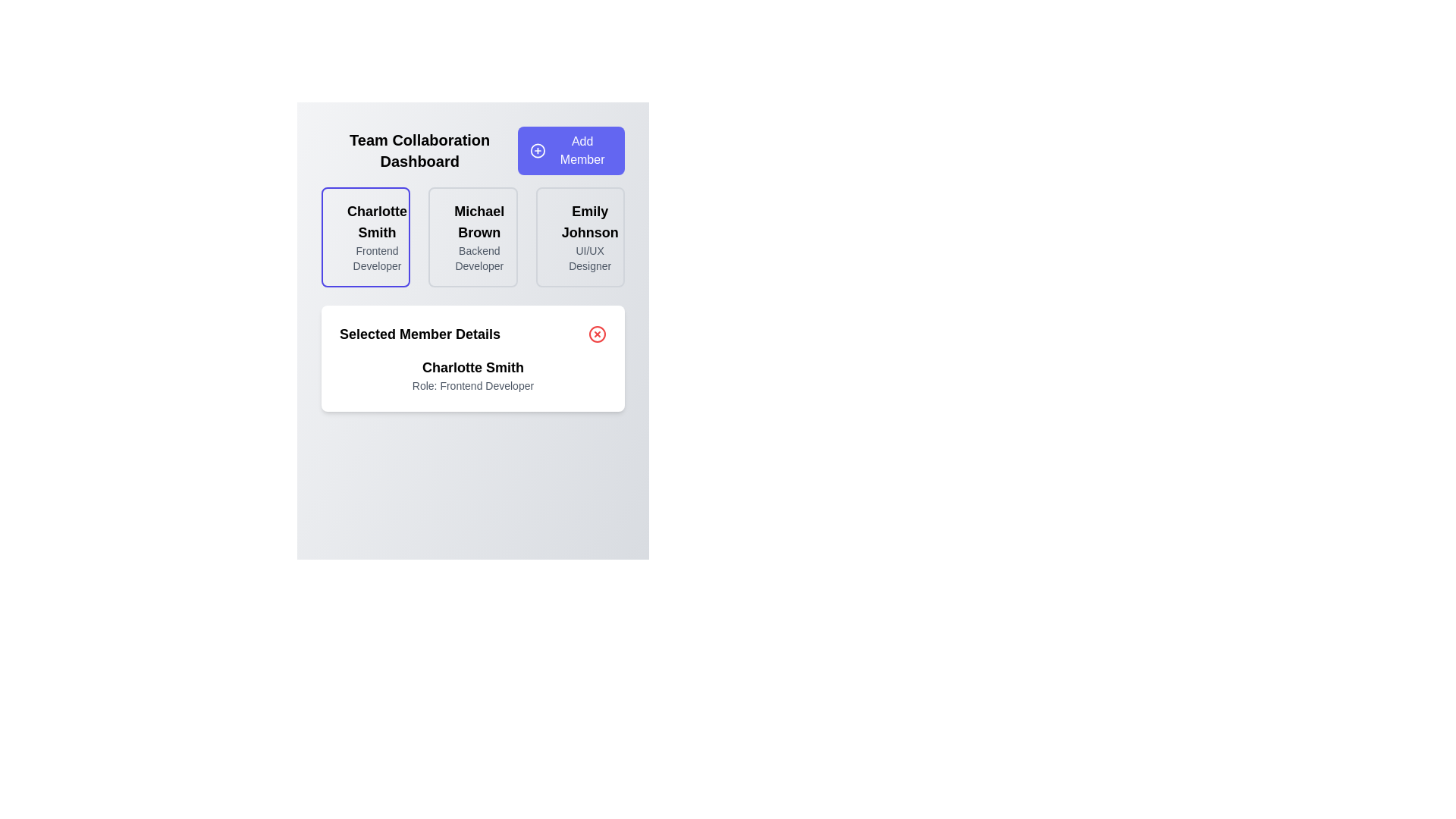  I want to click on the text label identifying the selected member in the 'Selected Member Details' card, which is centrally aligned above the 'Role: Frontend Developer' text, so click(472, 368).